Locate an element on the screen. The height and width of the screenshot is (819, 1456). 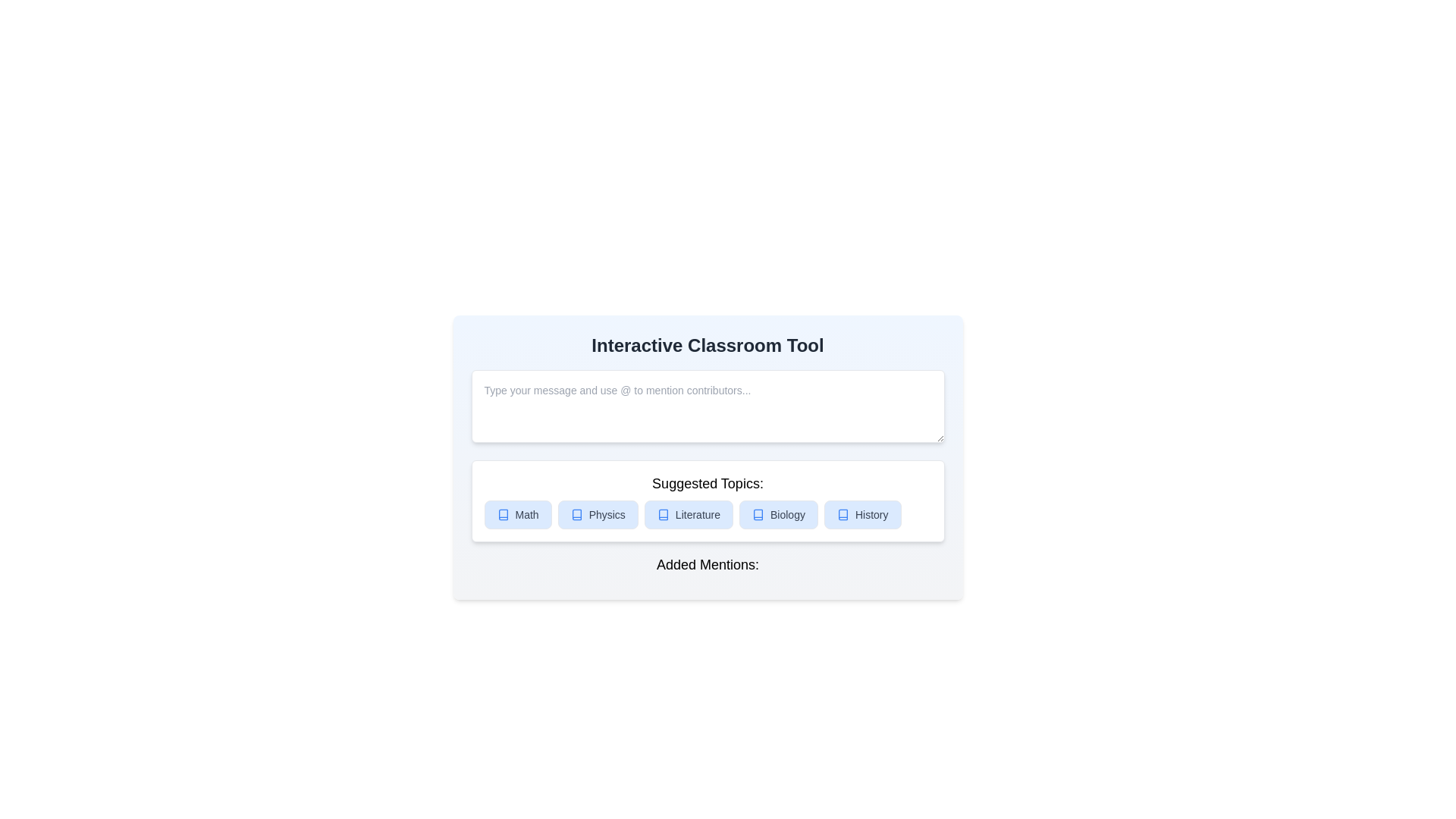
the small book icon with a blue tinted rounded frame located in the middle of the 'Biology' button is located at coordinates (758, 513).